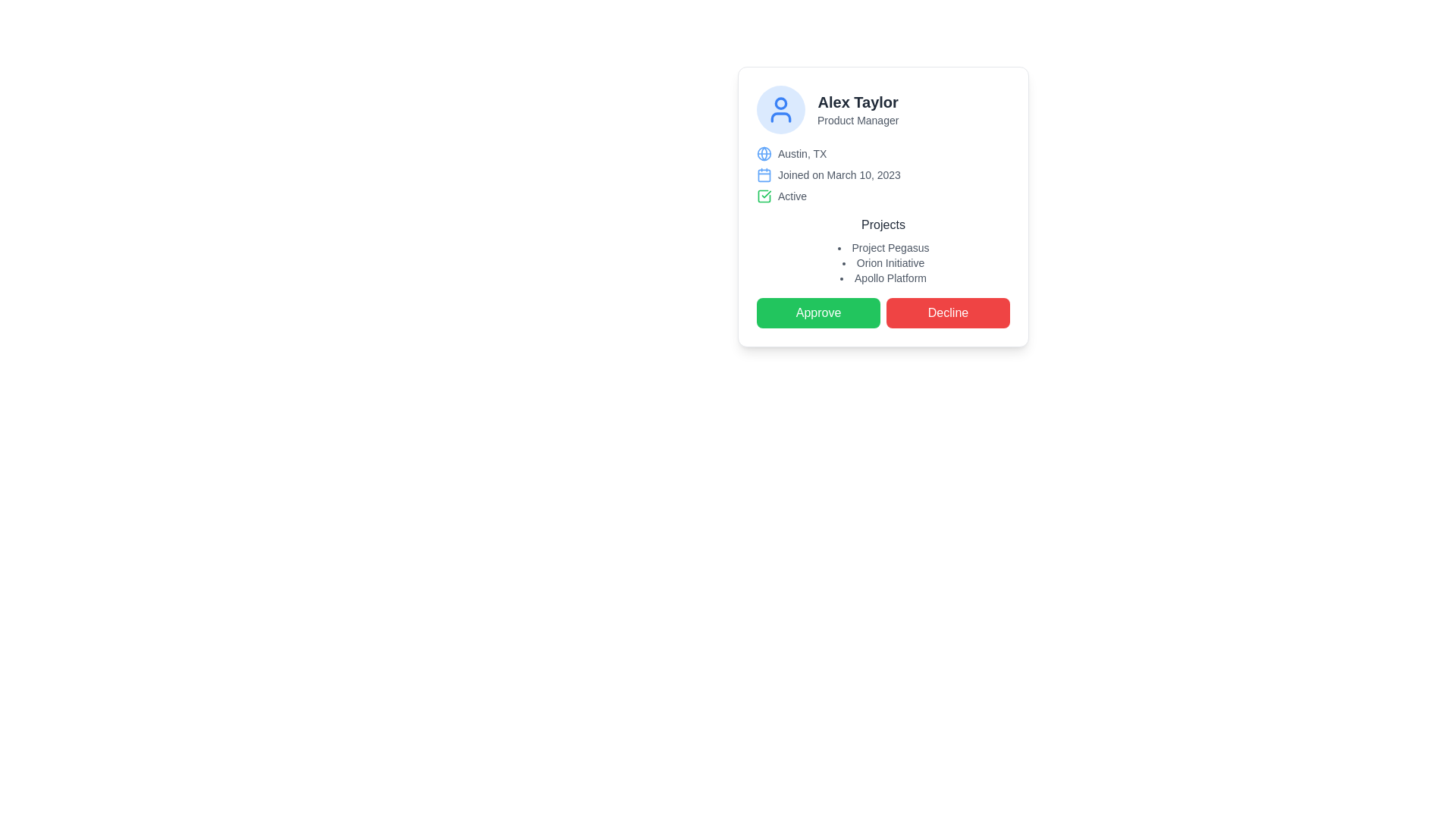 The image size is (1456, 819). What do you see at coordinates (764, 195) in the screenshot?
I see `the small, green-outlined square icon with a checkmark, located to the left of the text 'Active' in the card-like user interface` at bounding box center [764, 195].